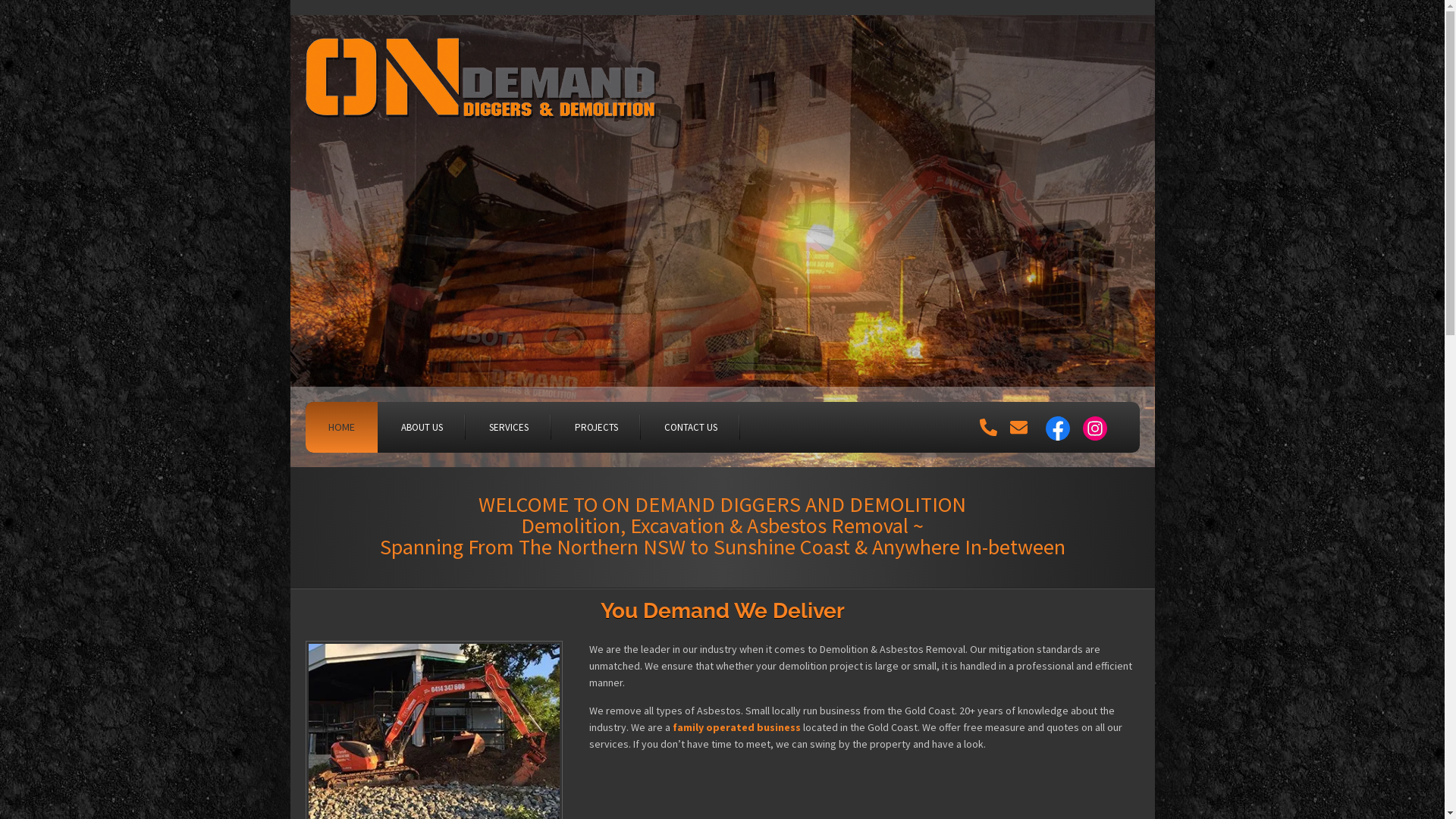 The height and width of the screenshot is (819, 1456). I want to click on 'PROJECTS', so click(595, 427).